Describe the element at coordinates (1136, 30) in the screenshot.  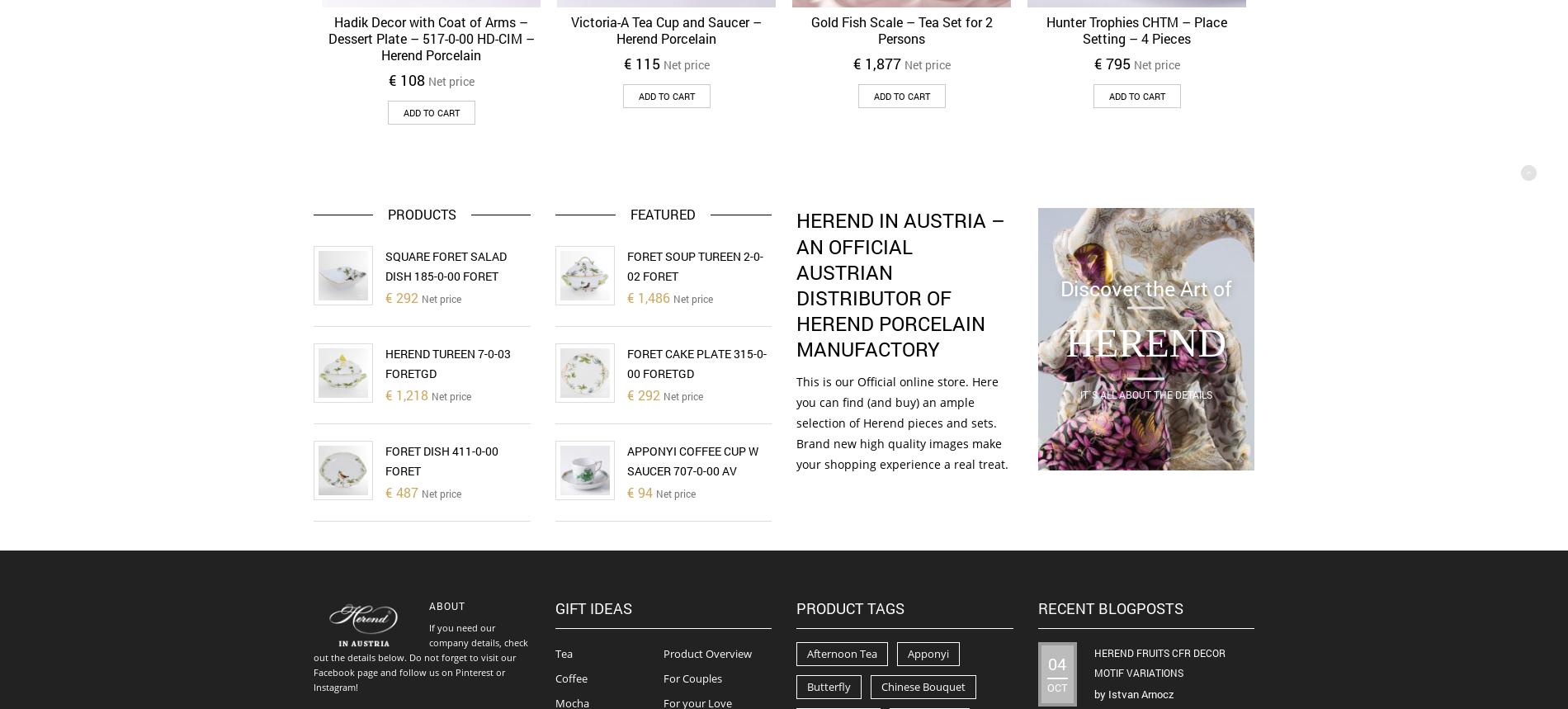
I see `'Hunter Trophies CHTM – Place Setting – 4 Pieces'` at that location.